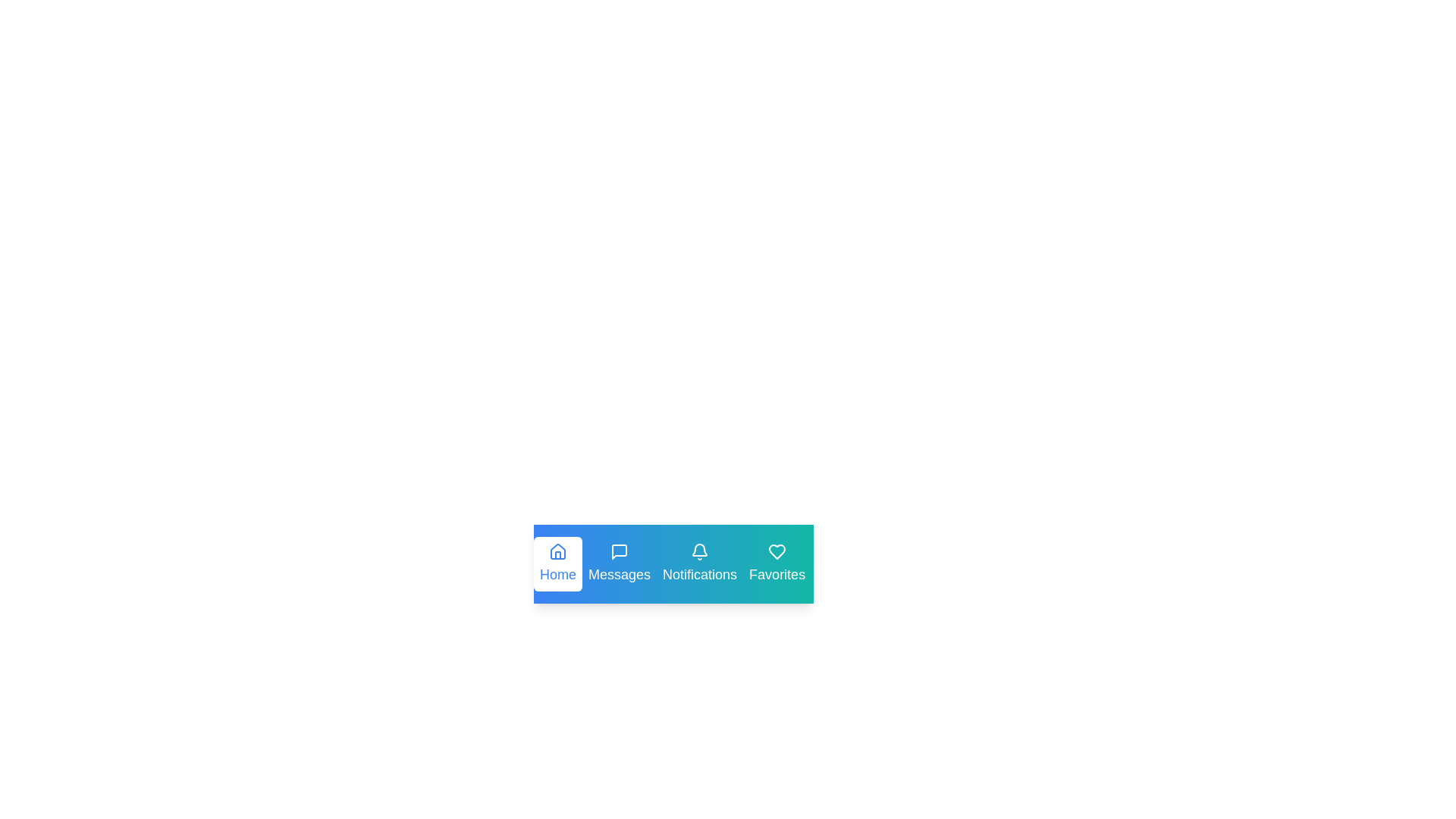  I want to click on the tab labeled Favorites to preview its interaction, so click(777, 564).